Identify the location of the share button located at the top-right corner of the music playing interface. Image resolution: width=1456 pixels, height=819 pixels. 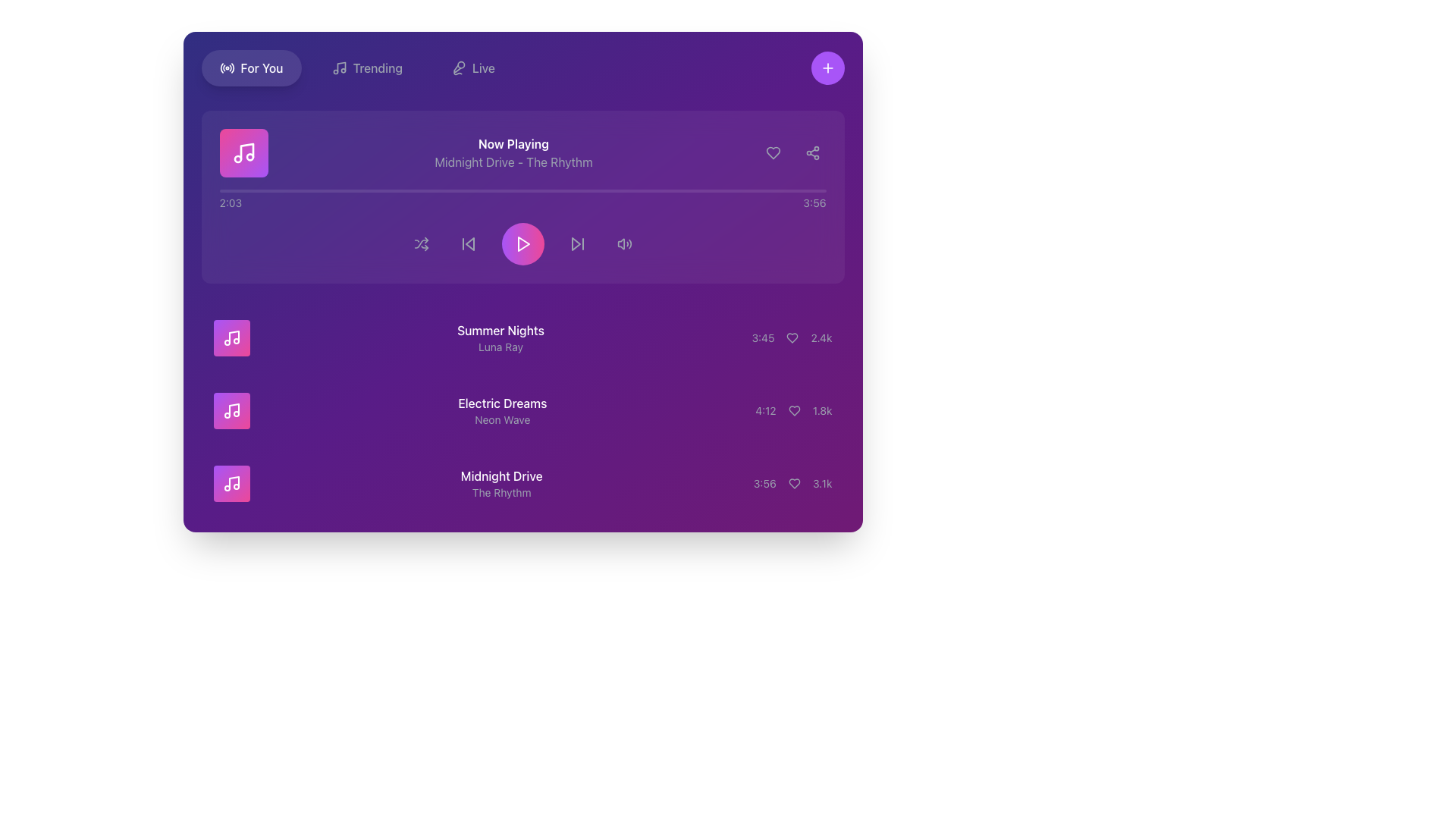
(811, 152).